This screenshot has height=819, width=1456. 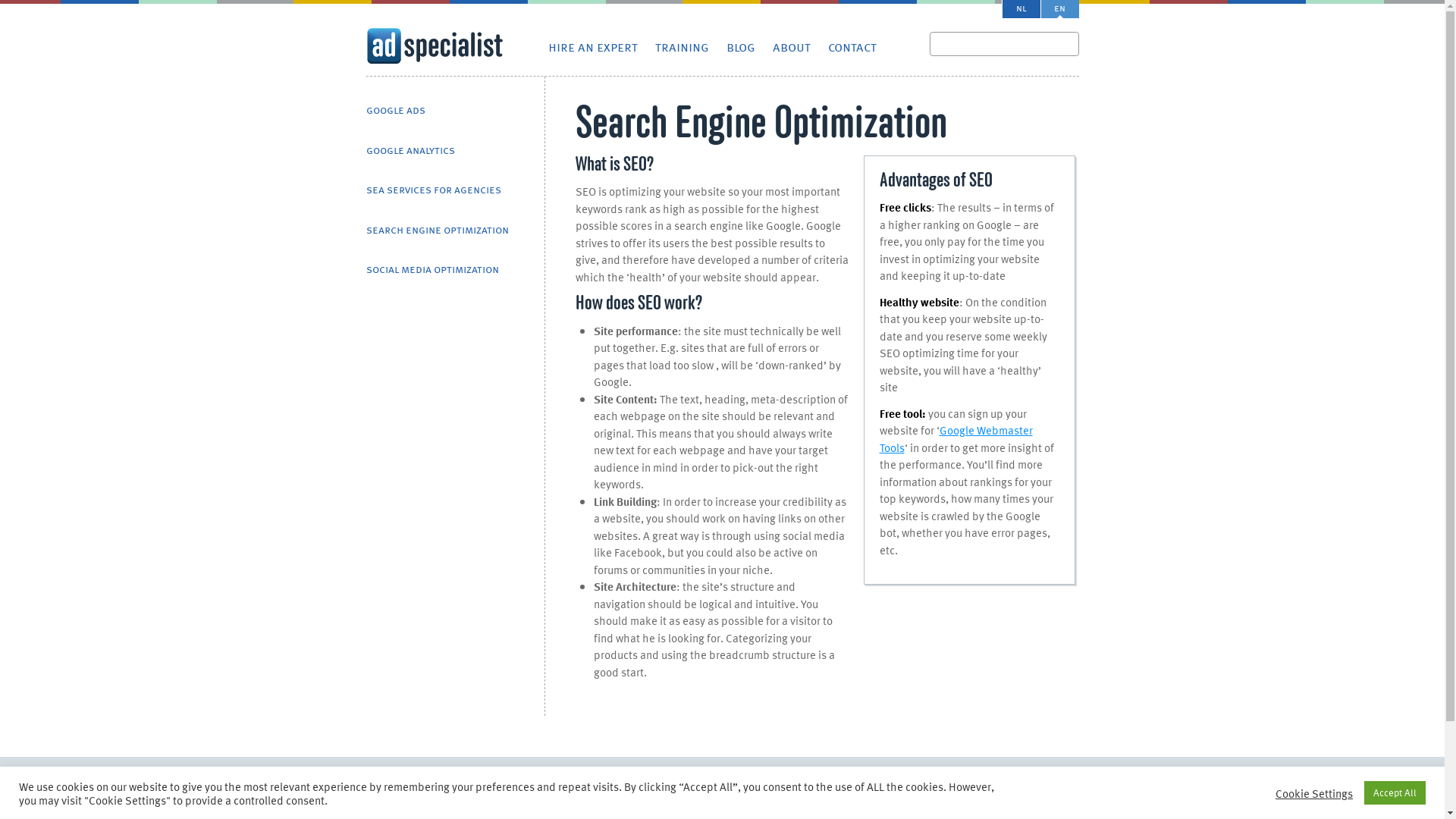 I want to click on 'Google Webmaster Tools', so click(x=955, y=438).